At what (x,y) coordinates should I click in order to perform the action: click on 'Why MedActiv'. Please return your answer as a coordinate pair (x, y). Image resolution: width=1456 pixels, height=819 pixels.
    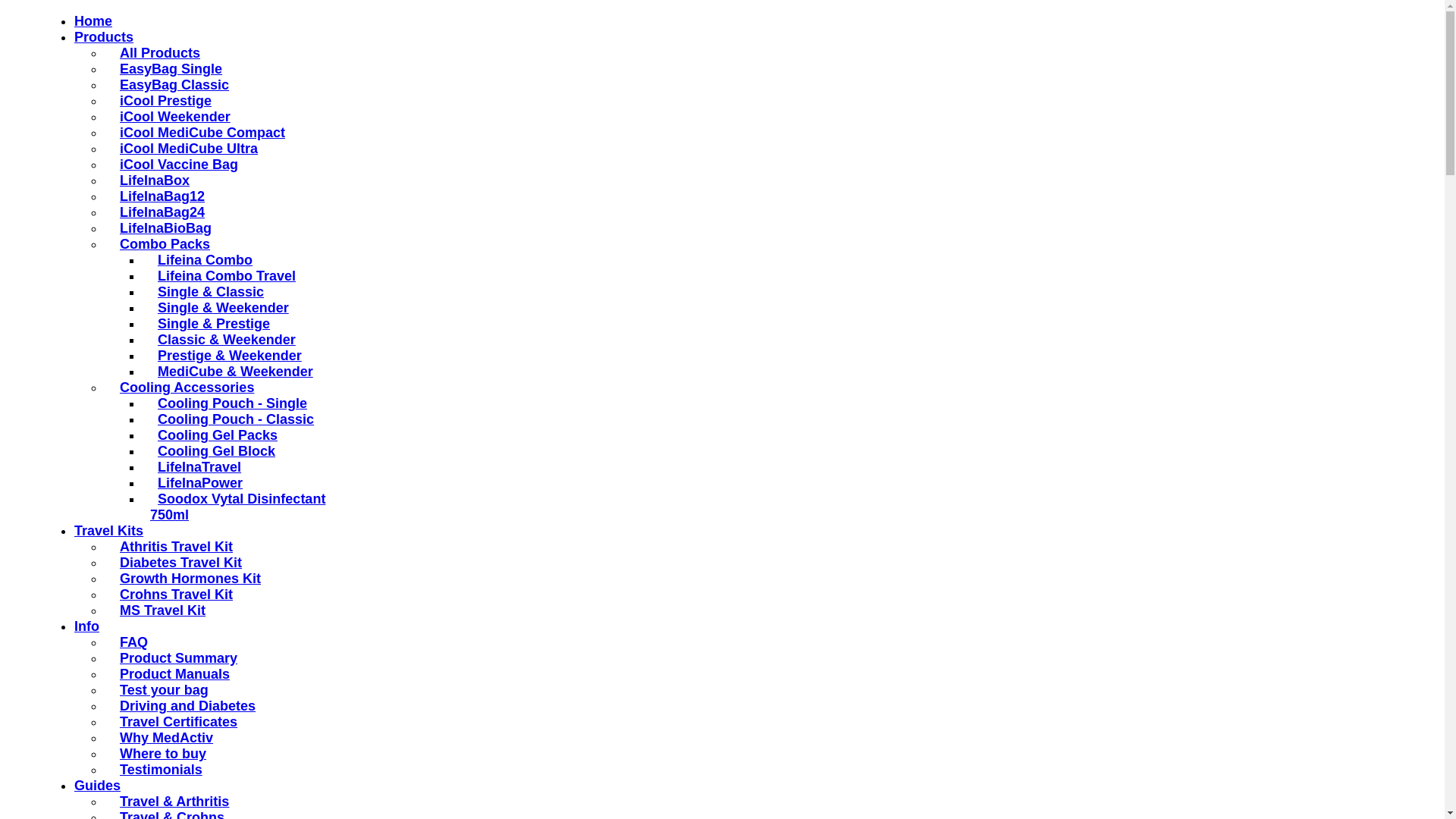
    Looking at the image, I should click on (162, 736).